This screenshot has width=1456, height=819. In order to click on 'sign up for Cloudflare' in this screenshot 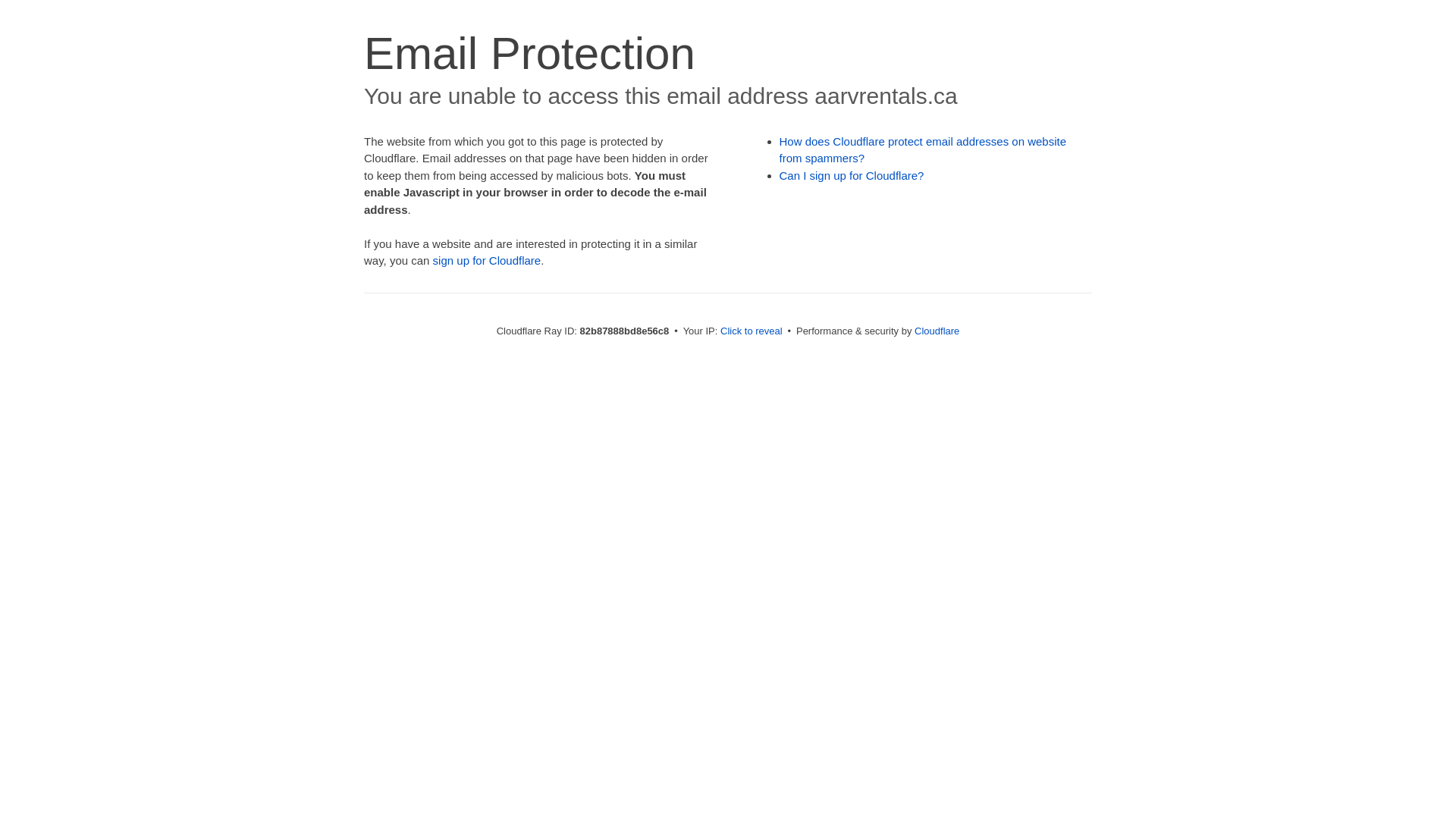, I will do `click(487, 259)`.